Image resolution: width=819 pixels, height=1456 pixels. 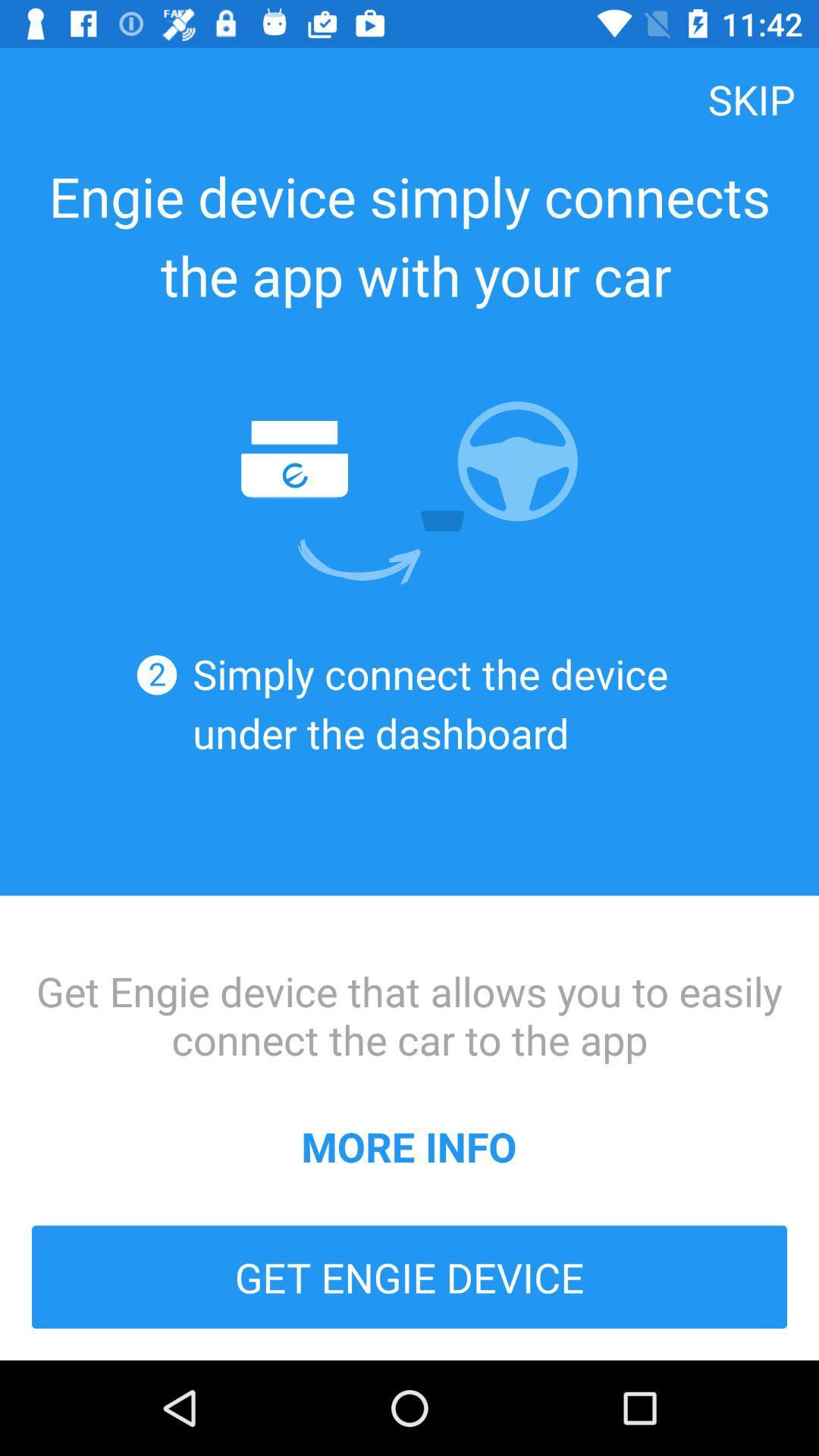 What do you see at coordinates (752, 98) in the screenshot?
I see `item above the engie device simply icon` at bounding box center [752, 98].